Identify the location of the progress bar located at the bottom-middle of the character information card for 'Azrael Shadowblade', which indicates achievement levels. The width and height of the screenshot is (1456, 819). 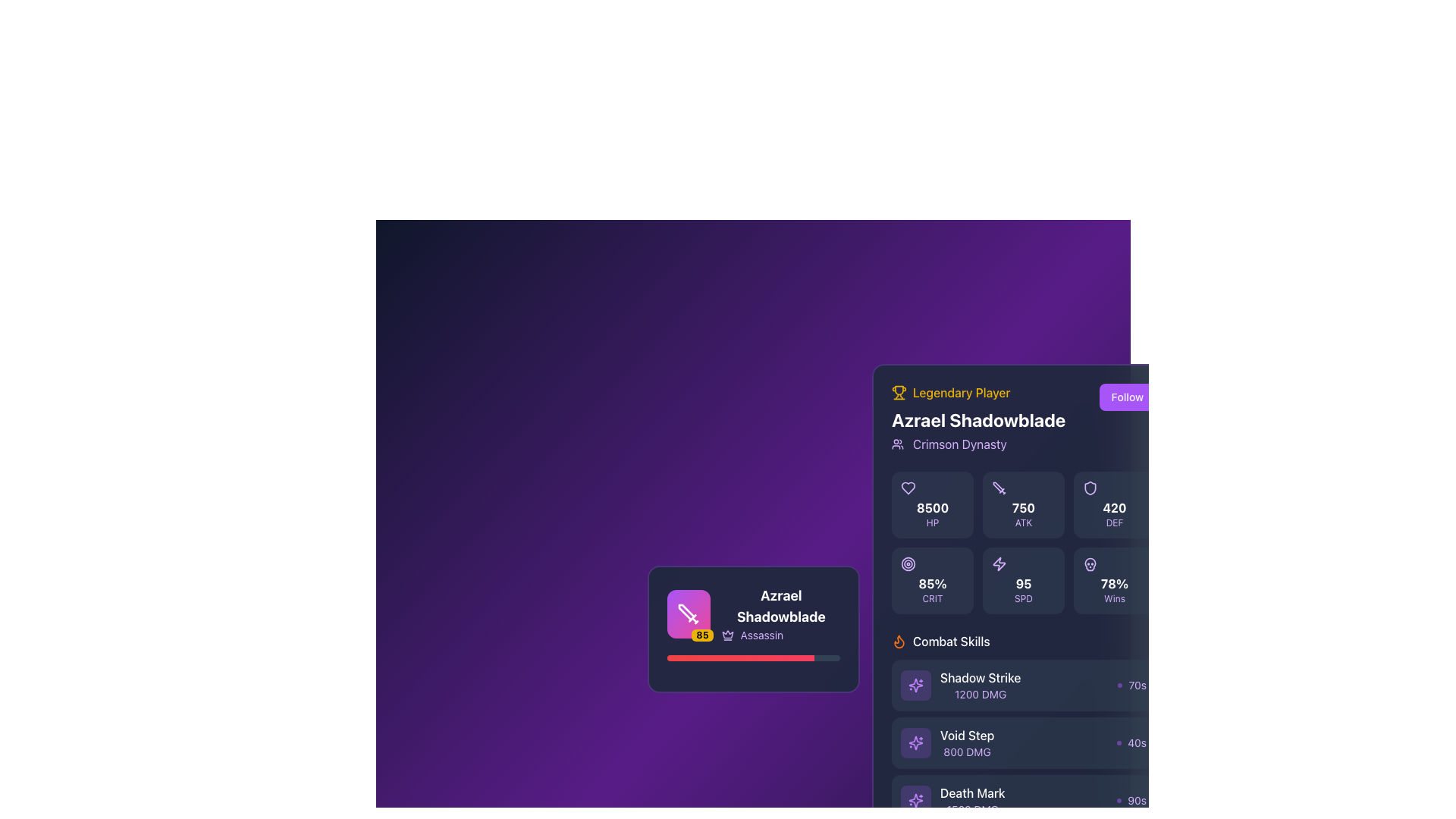
(753, 657).